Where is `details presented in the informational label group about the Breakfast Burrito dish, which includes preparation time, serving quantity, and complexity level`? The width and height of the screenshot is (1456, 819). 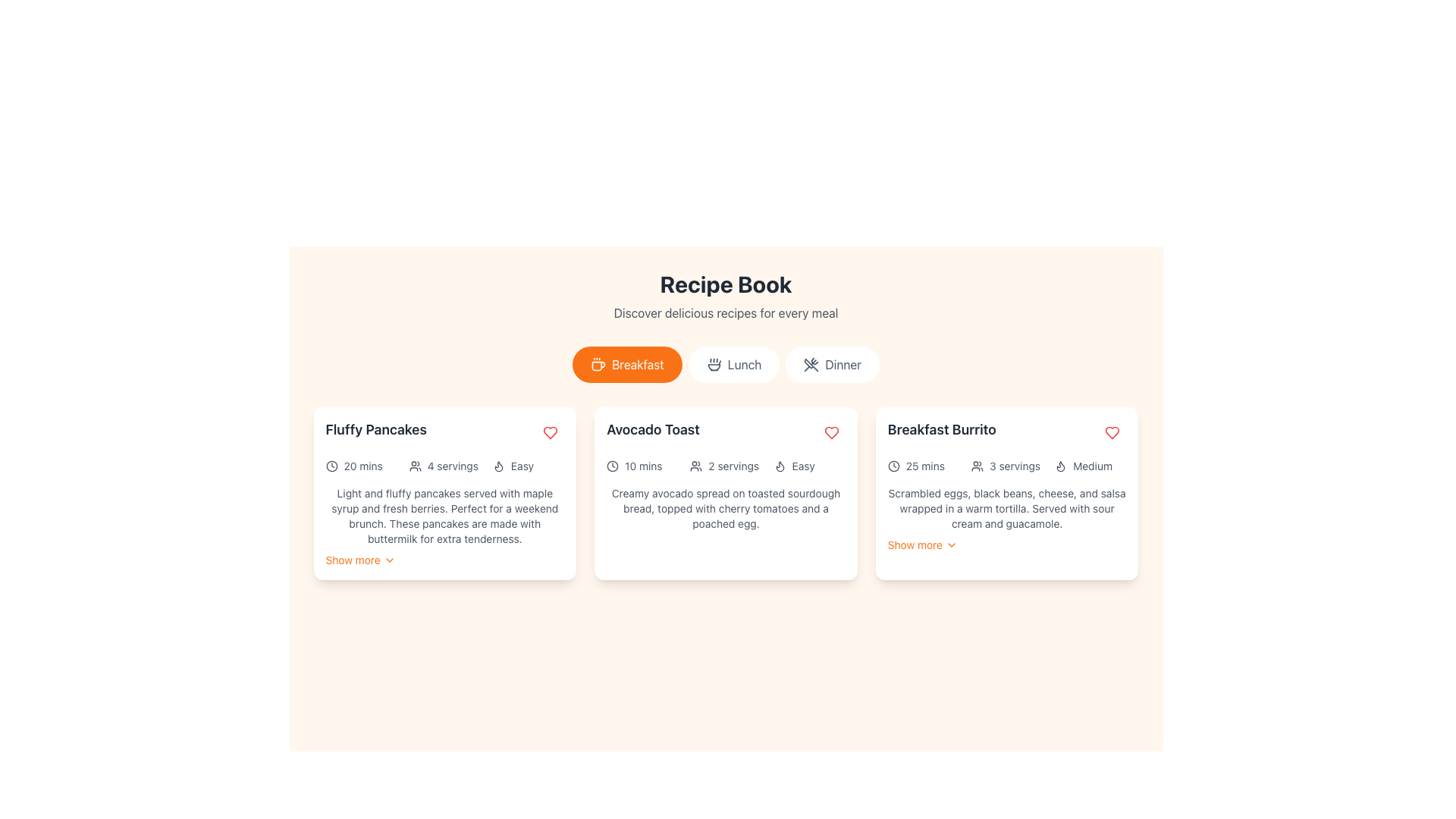
details presented in the informational label group about the Breakfast Burrito dish, which includes preparation time, serving quantity, and complexity level is located at coordinates (1007, 465).